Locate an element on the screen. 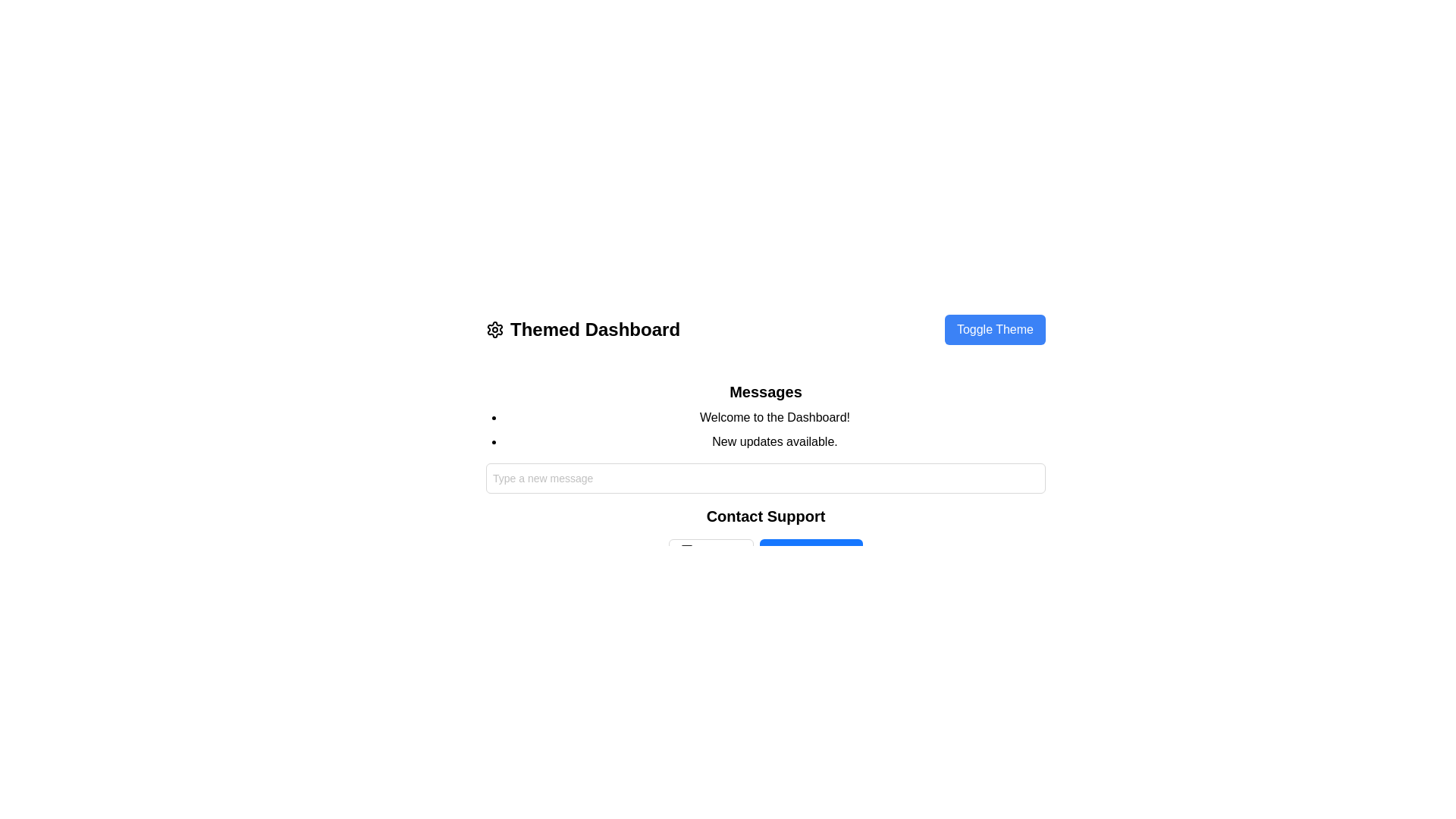 The image size is (1456, 819). the 'Email Us' button, which contains a minimalist mail icon outlined in a neutral color, located to the left of the button's text is located at coordinates (686, 551).